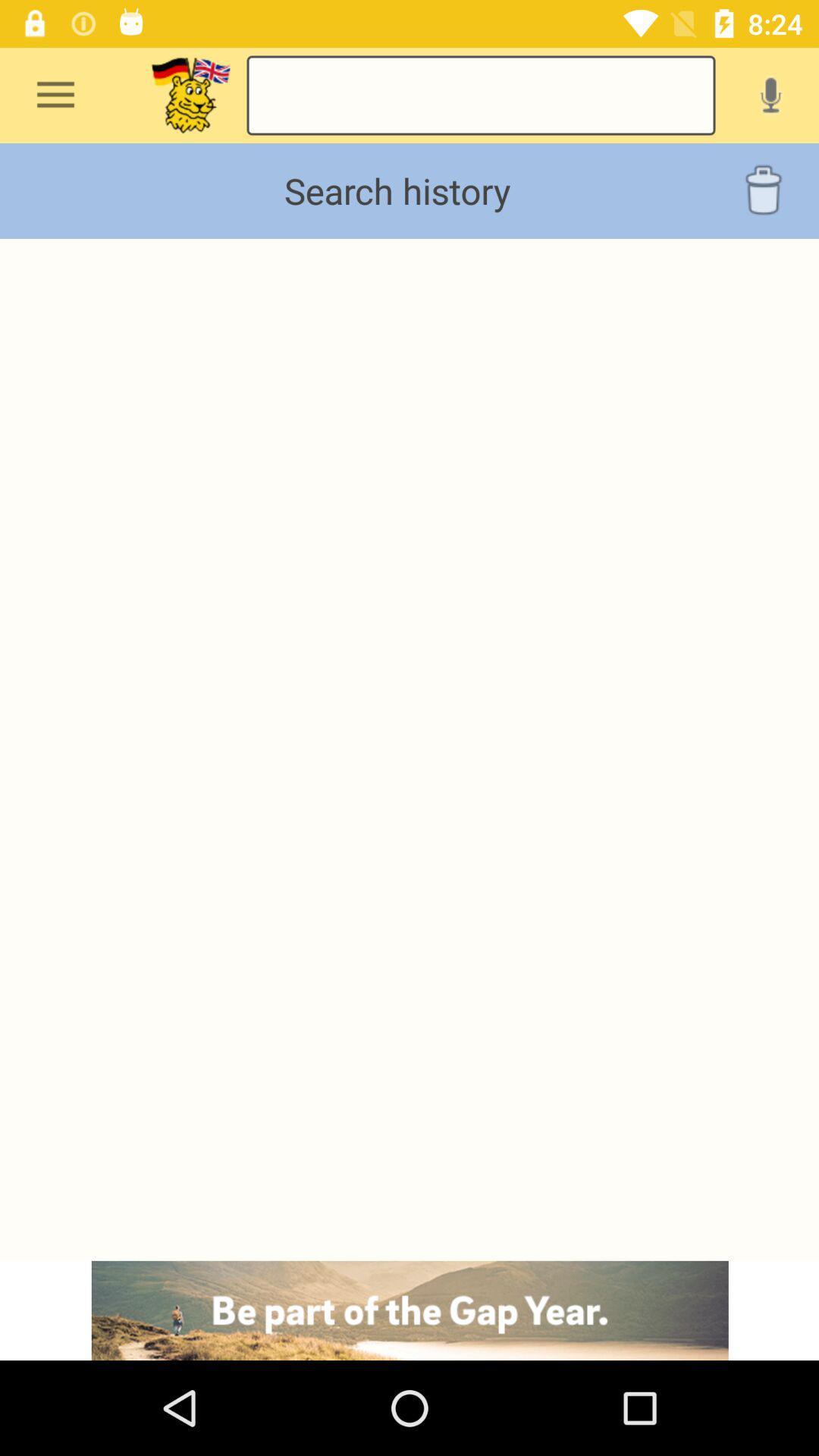 This screenshot has height=1456, width=819. I want to click on voice message, so click(770, 94).